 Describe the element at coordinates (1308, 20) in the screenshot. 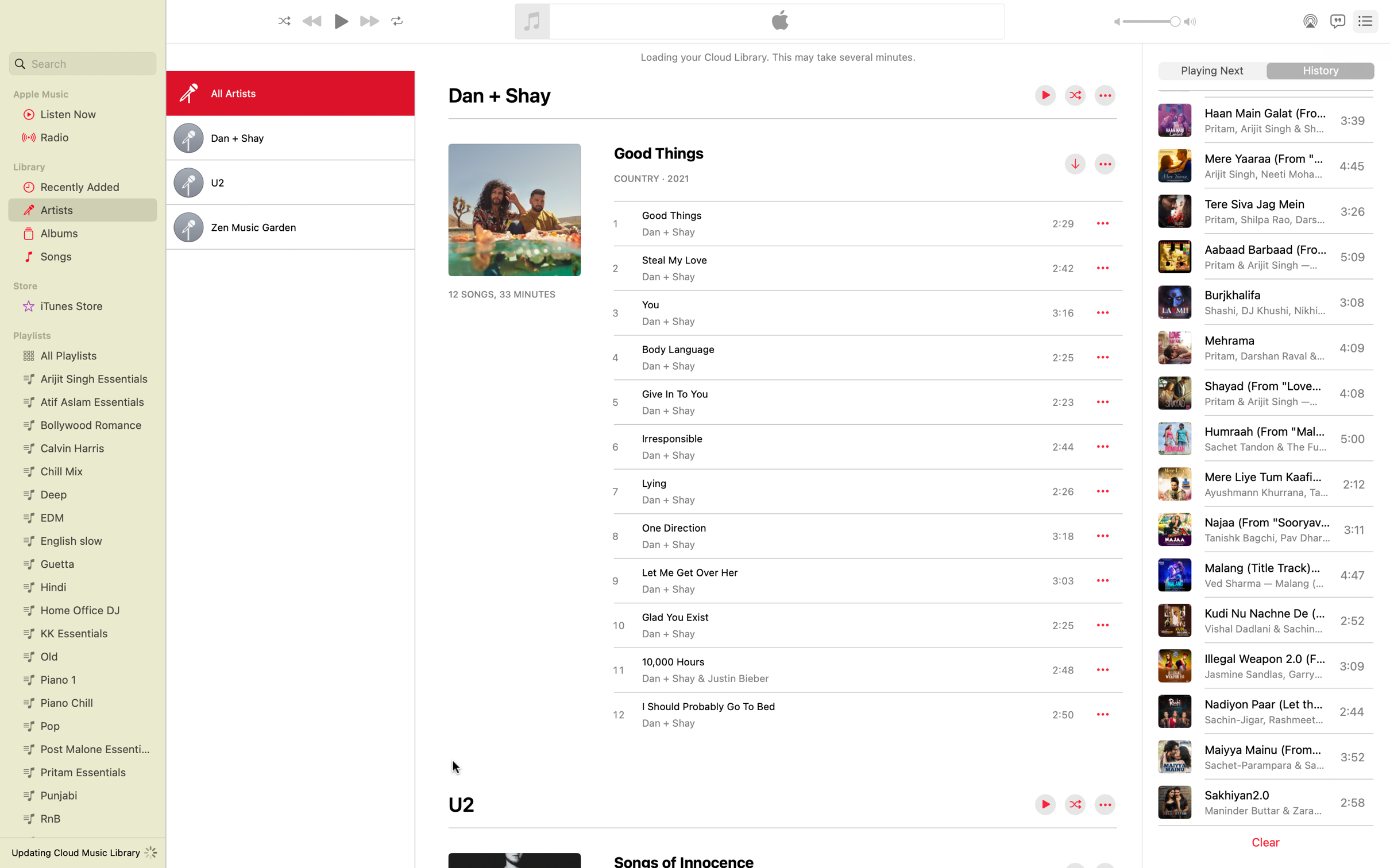

I see `Enable the airplay option on your music app` at that location.